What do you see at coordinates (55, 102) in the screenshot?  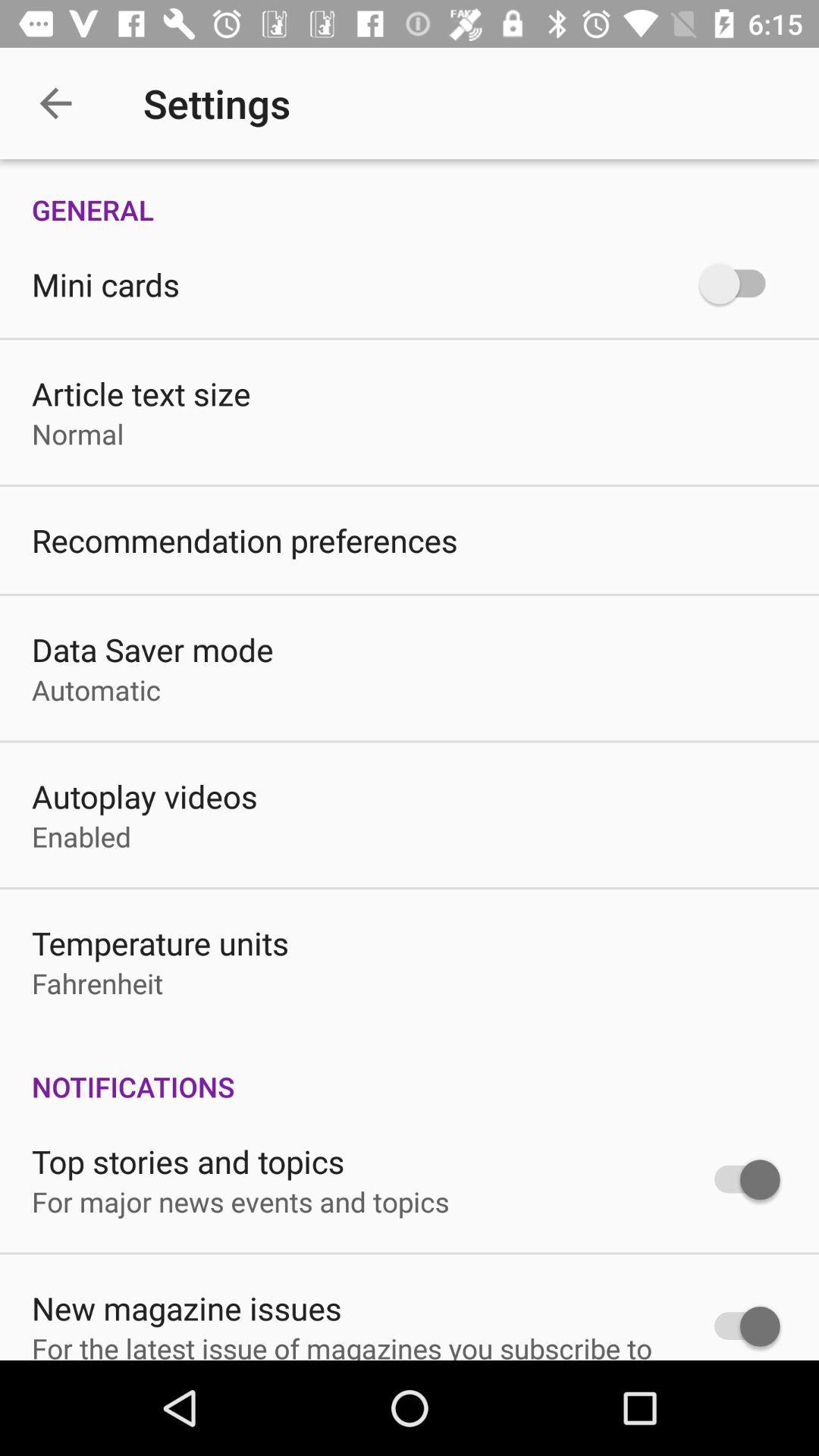 I see `item next to the settings icon` at bounding box center [55, 102].